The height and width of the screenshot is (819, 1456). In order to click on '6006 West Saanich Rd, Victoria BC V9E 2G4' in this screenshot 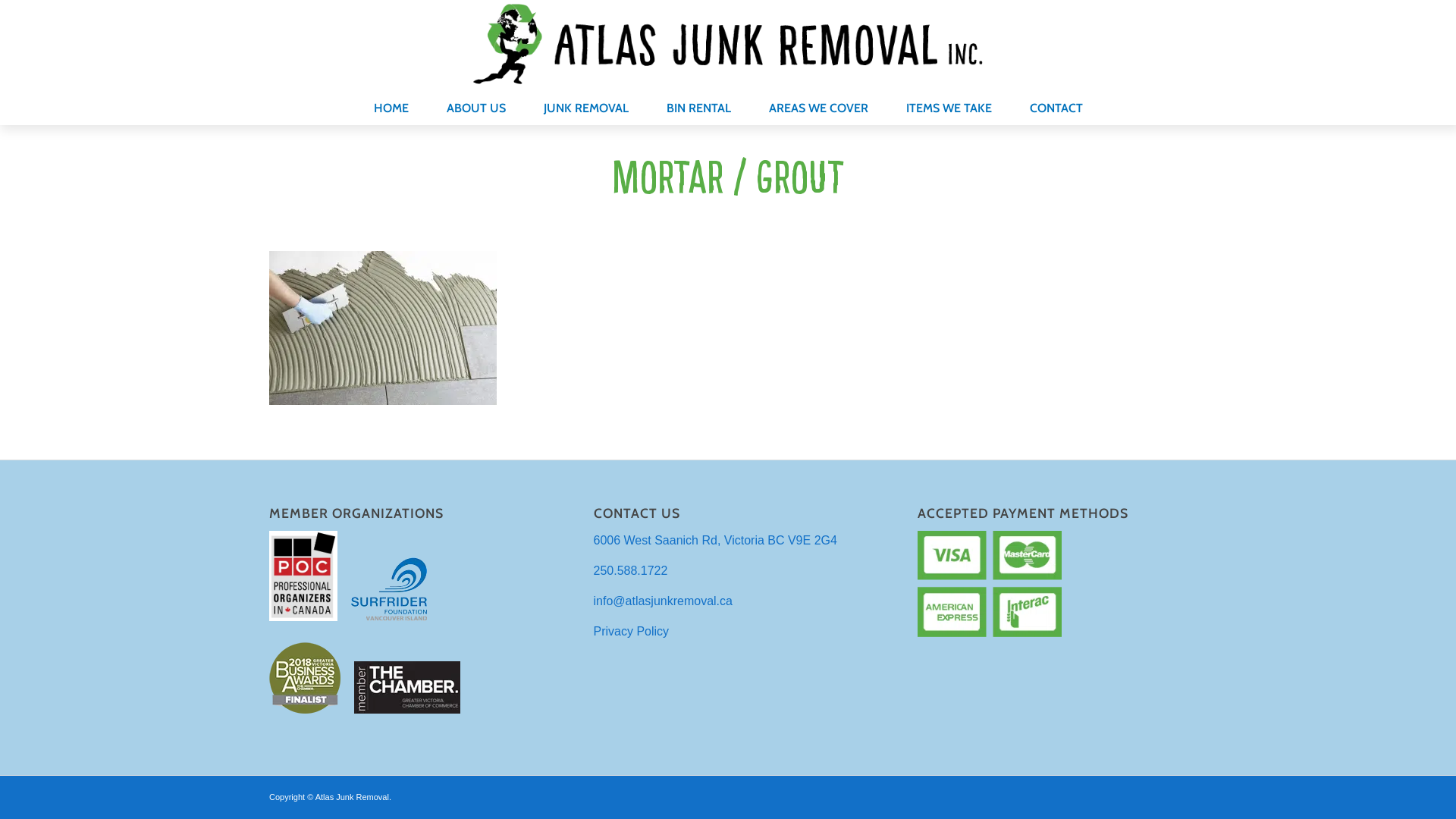, I will do `click(714, 539)`.